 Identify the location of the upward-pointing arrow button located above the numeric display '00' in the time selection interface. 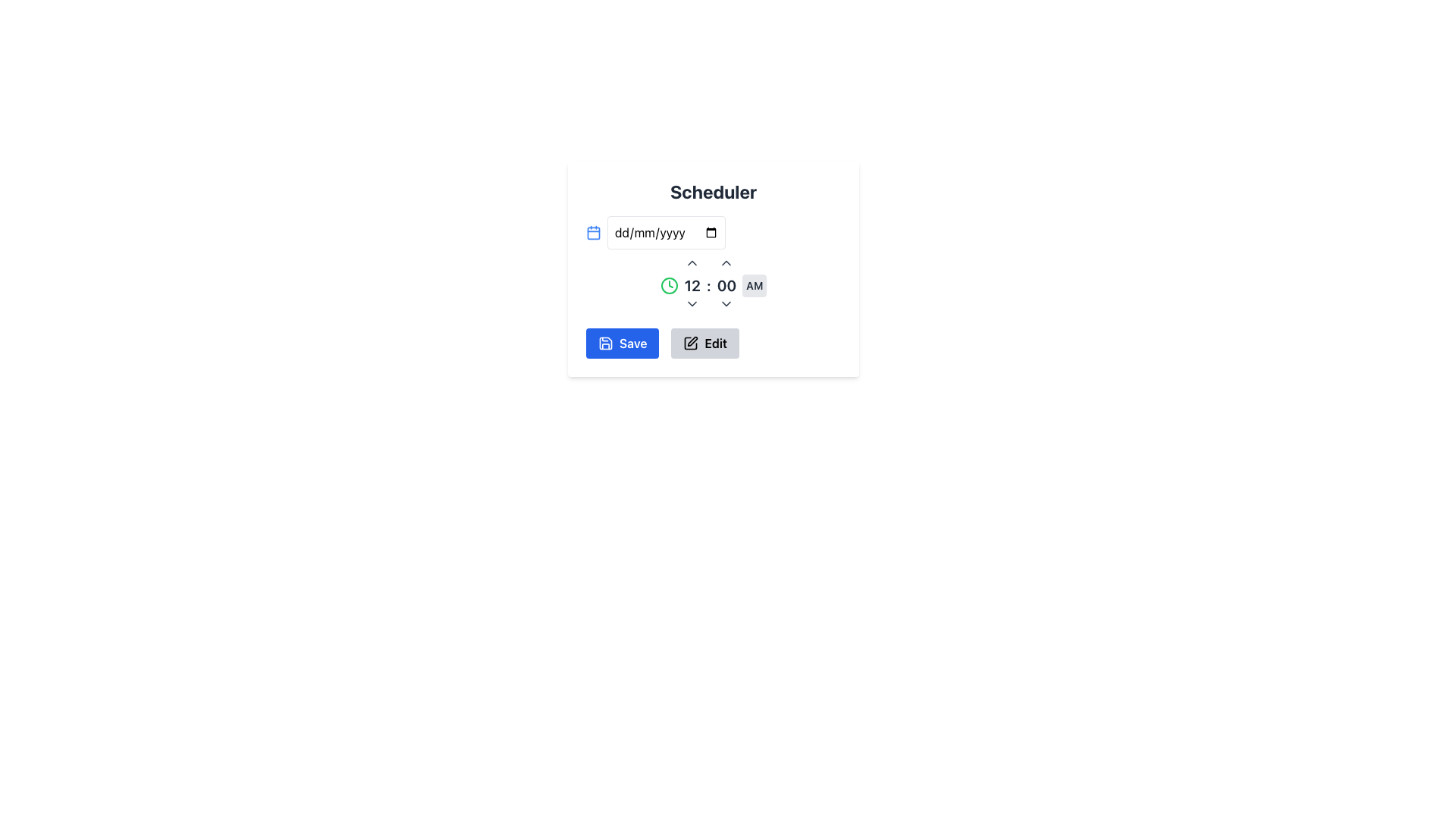
(726, 262).